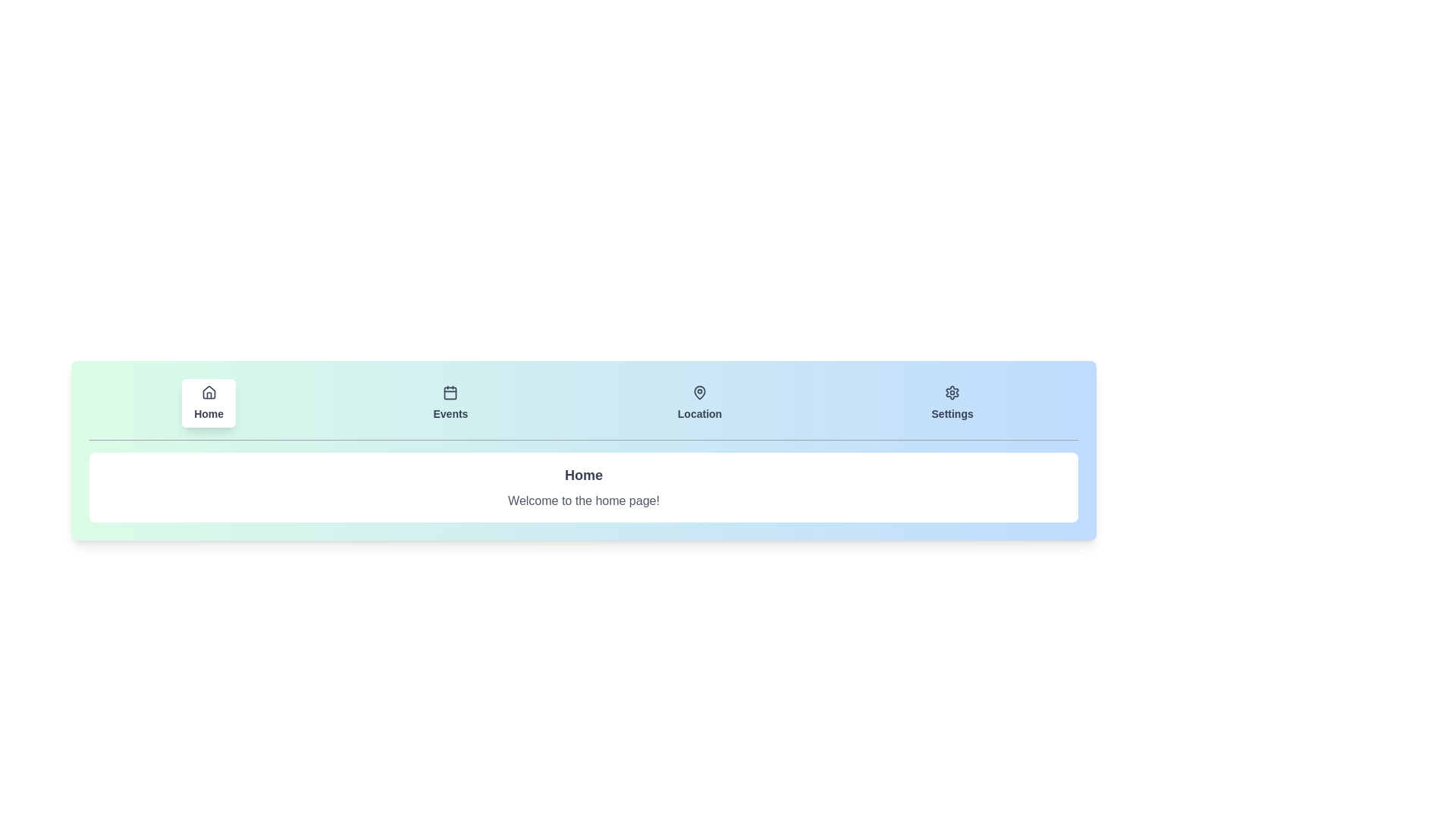 This screenshot has height=819, width=1456. What do you see at coordinates (208, 403) in the screenshot?
I see `the tab labeled Home to observe the visual feedback` at bounding box center [208, 403].